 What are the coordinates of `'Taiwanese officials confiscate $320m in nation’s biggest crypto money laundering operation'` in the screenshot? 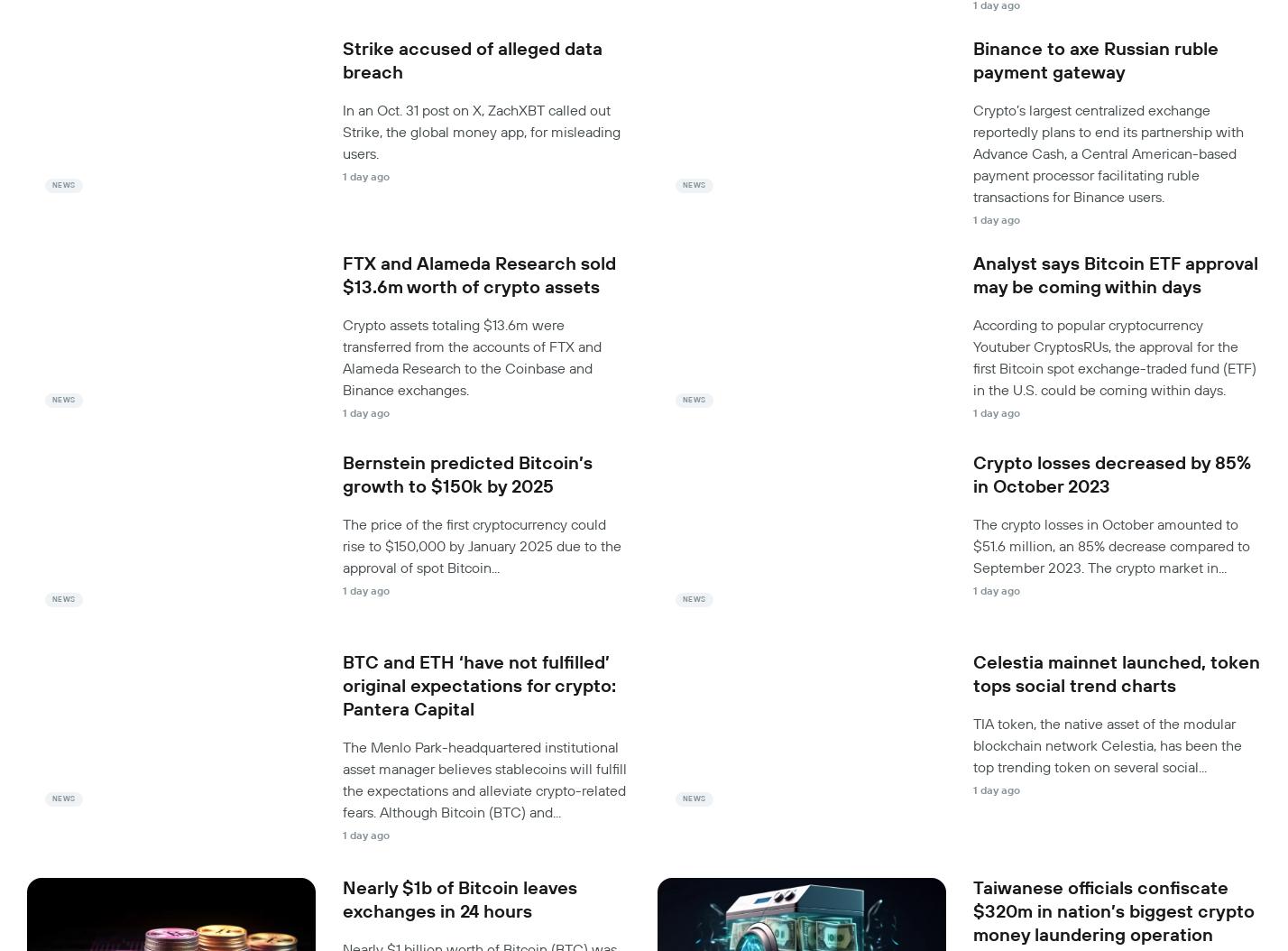 It's located at (1113, 910).